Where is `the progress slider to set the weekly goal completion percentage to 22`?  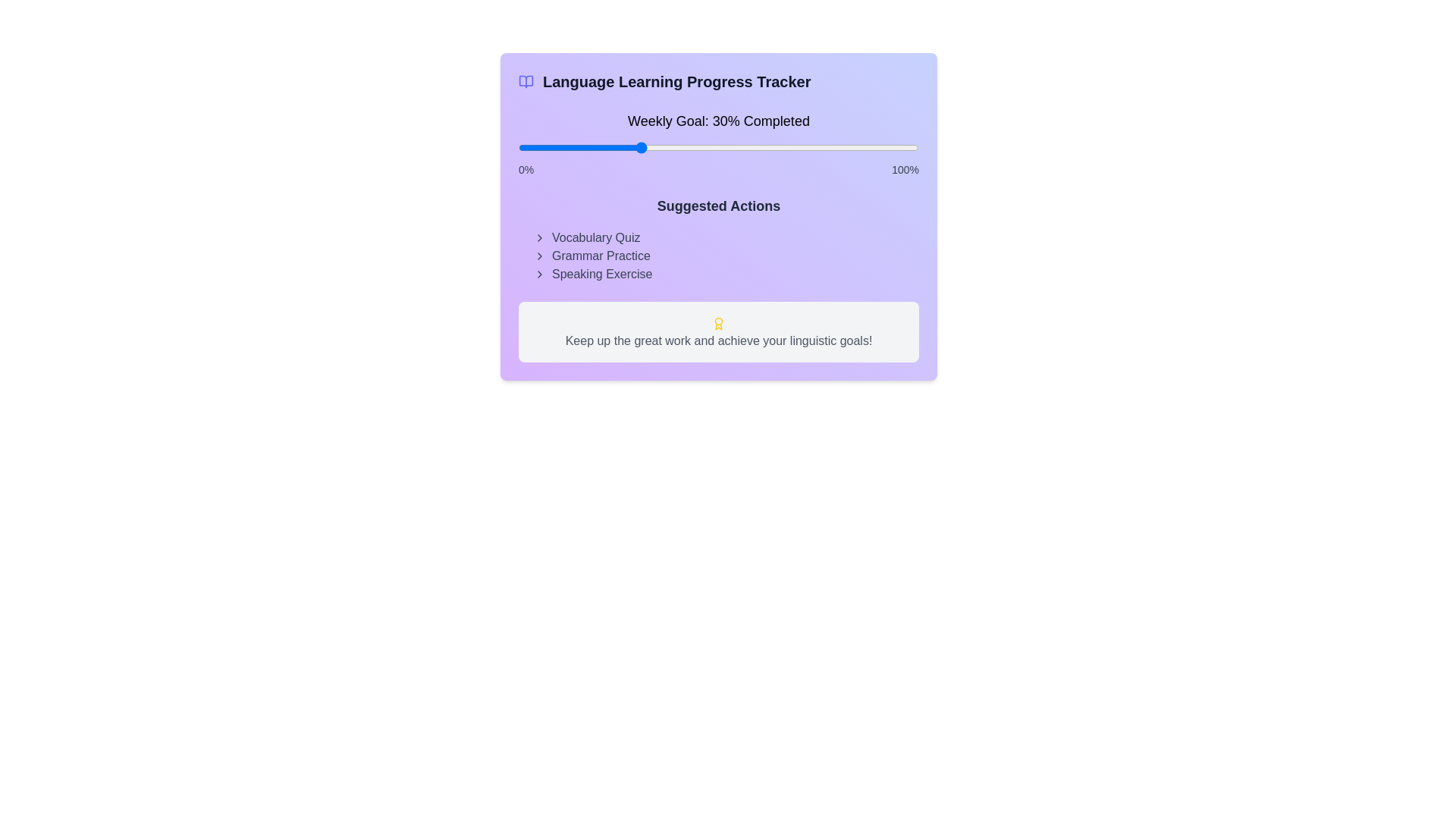 the progress slider to set the weekly goal completion percentage to 22 is located at coordinates (607, 148).